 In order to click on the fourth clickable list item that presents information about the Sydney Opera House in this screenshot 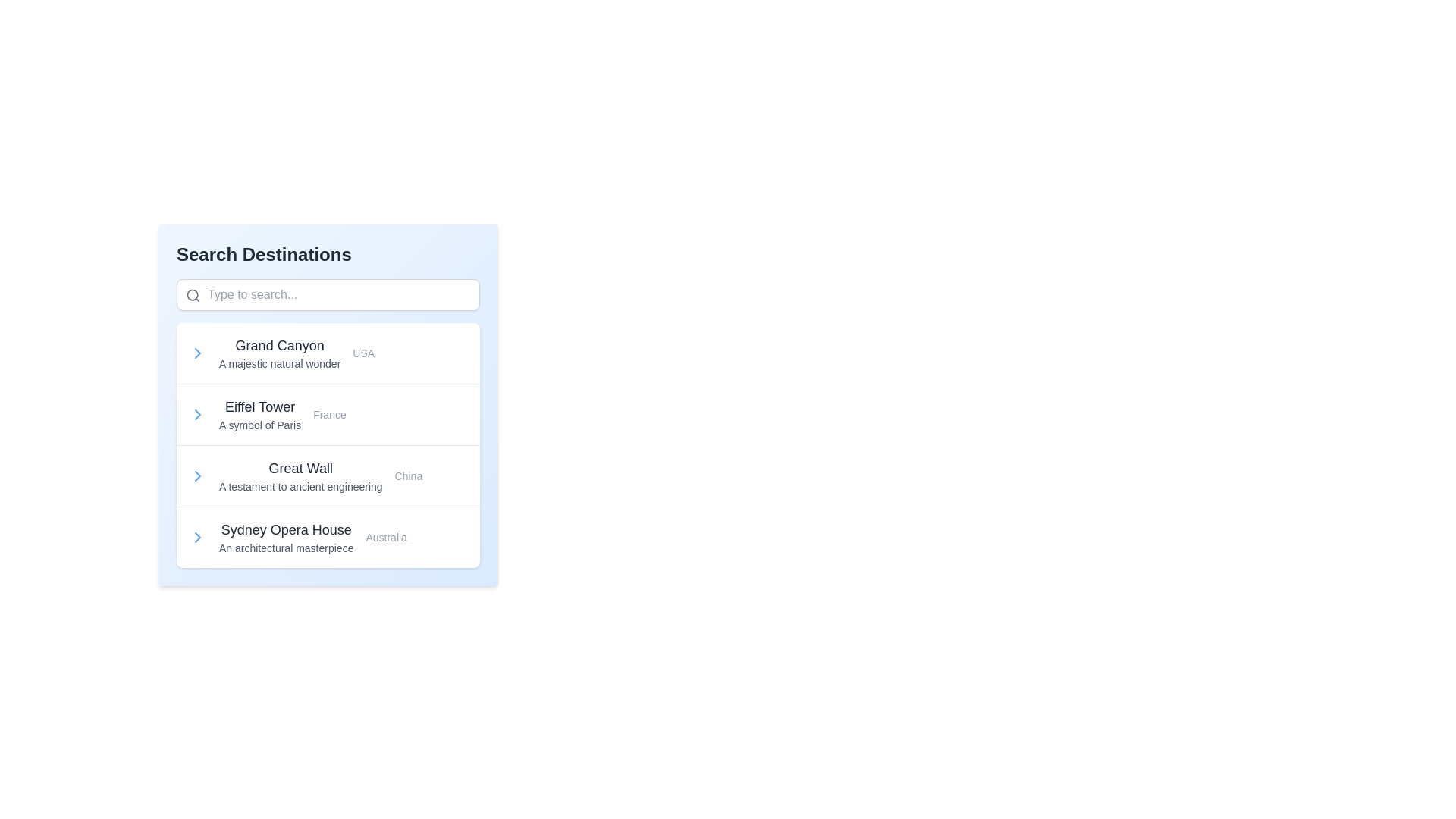, I will do `click(327, 536)`.